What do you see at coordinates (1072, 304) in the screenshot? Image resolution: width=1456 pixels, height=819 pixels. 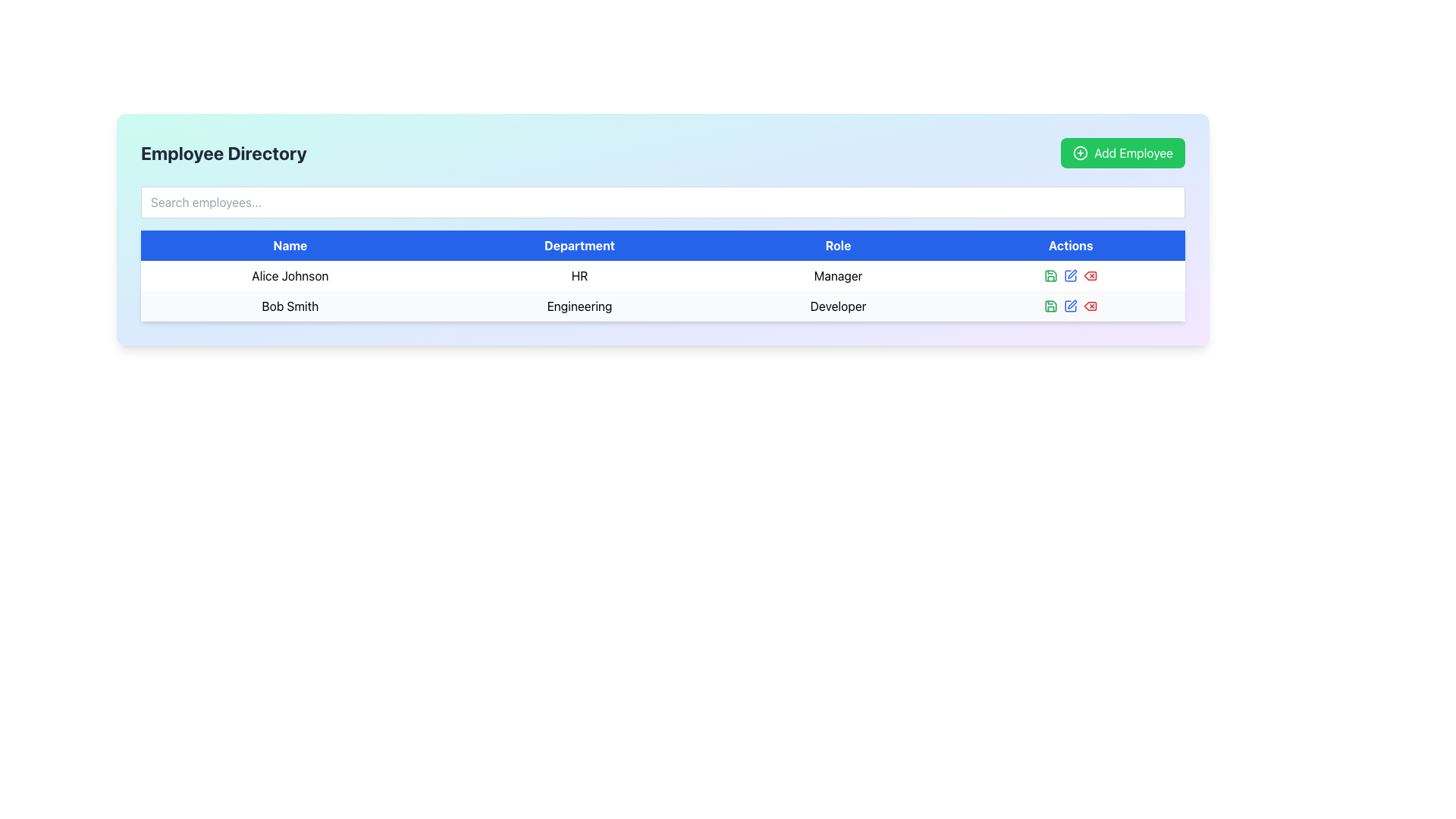 I see `the pen icon located in the 'Actions' column of the second row in the table` at bounding box center [1072, 304].